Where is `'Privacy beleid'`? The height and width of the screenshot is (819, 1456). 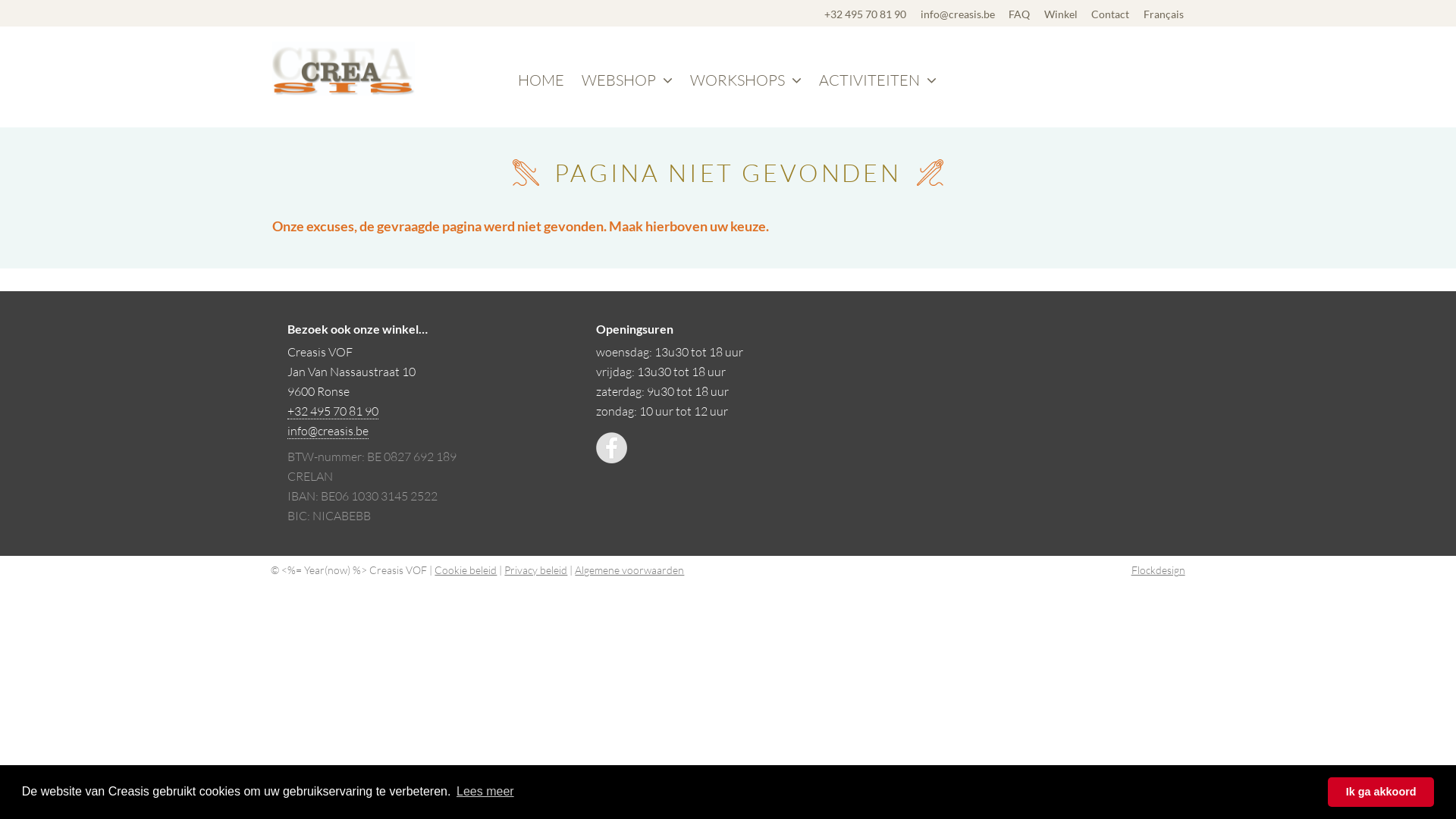 'Privacy beleid' is located at coordinates (535, 570).